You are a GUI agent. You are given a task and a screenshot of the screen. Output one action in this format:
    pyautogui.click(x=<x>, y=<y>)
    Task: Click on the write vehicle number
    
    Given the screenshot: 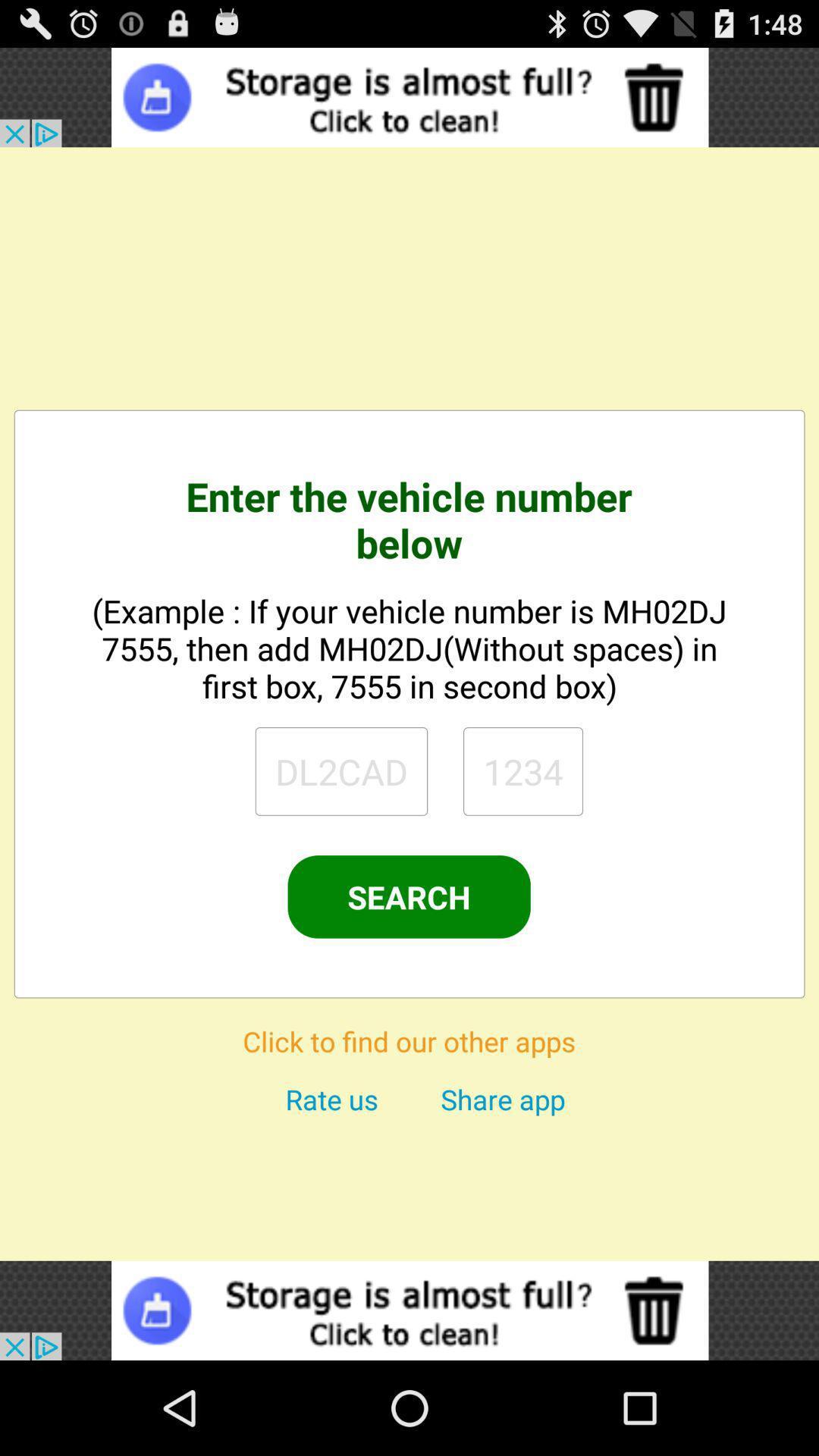 What is the action you would take?
    pyautogui.click(x=341, y=771)
    